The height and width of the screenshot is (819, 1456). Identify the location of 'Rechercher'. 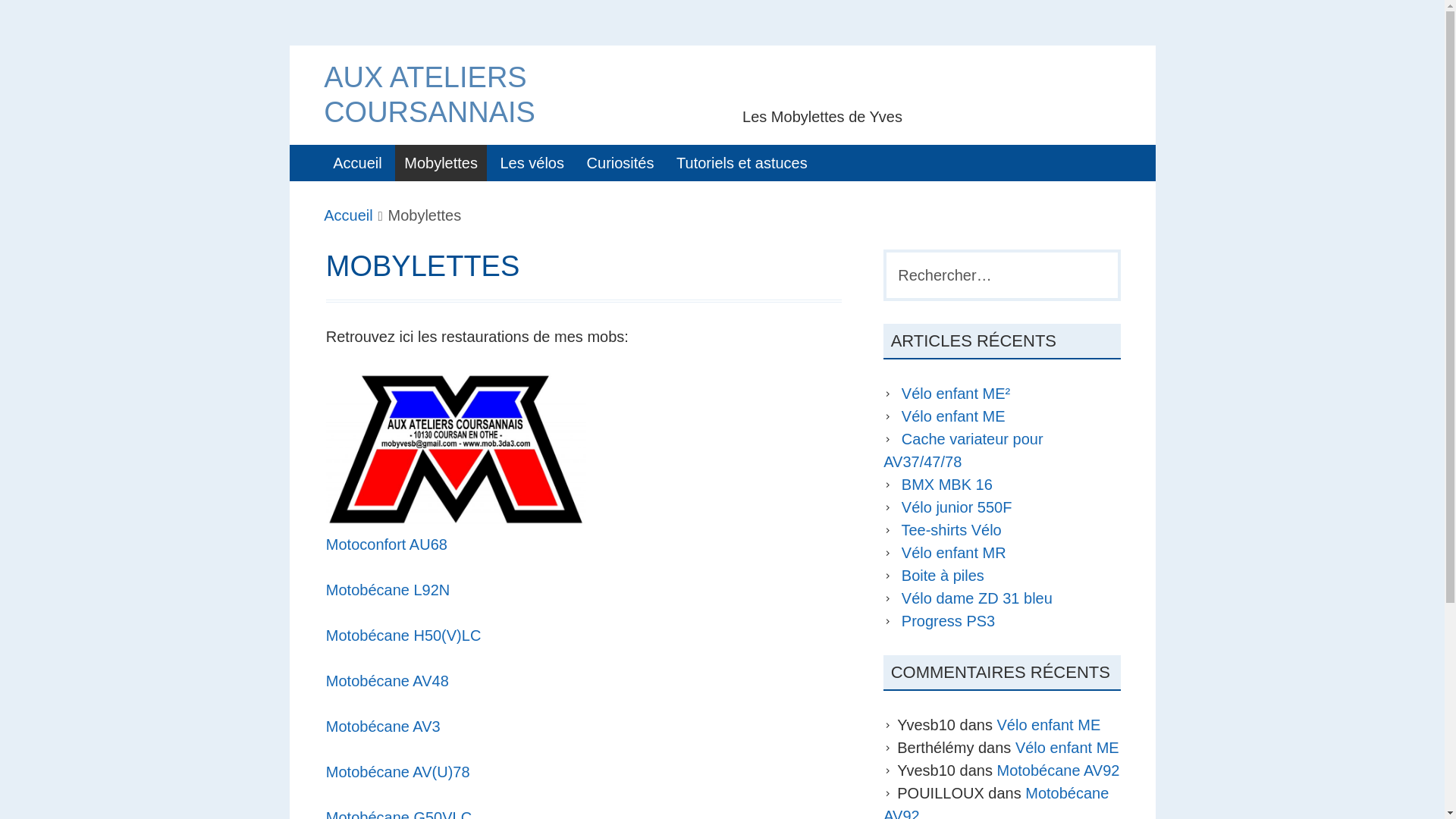
(0, 20).